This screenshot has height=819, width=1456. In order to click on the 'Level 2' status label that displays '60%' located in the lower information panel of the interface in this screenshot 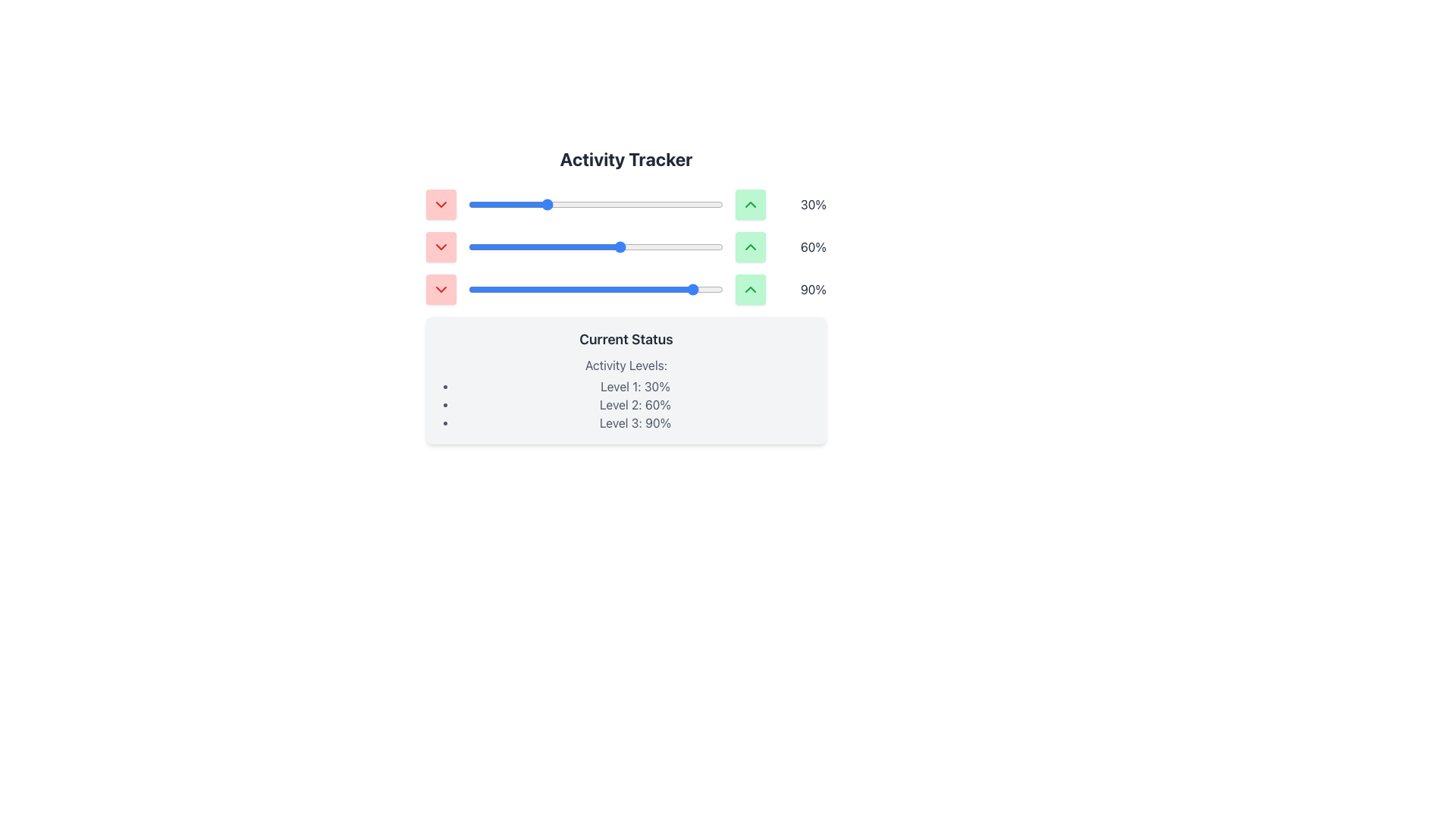, I will do `click(635, 403)`.